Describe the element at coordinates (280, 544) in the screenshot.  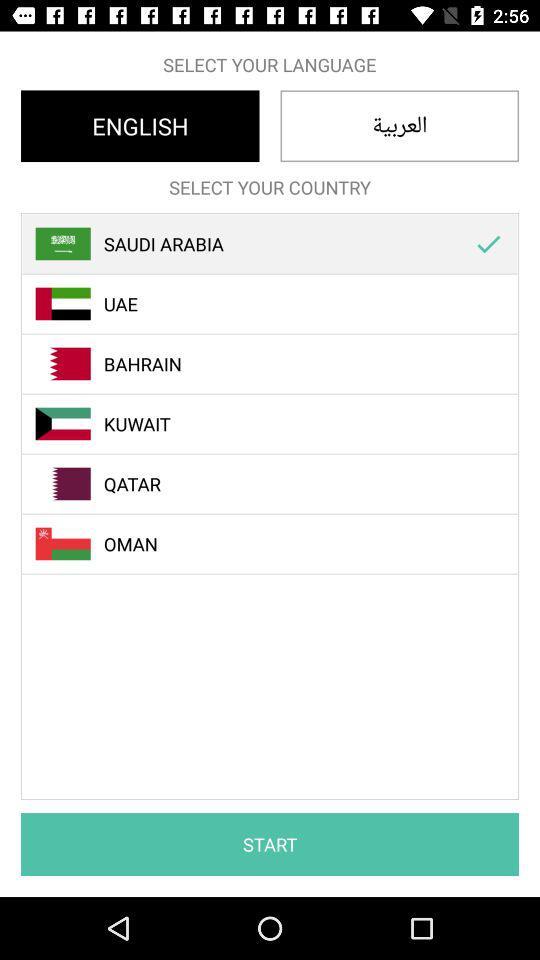
I see `oman` at that location.